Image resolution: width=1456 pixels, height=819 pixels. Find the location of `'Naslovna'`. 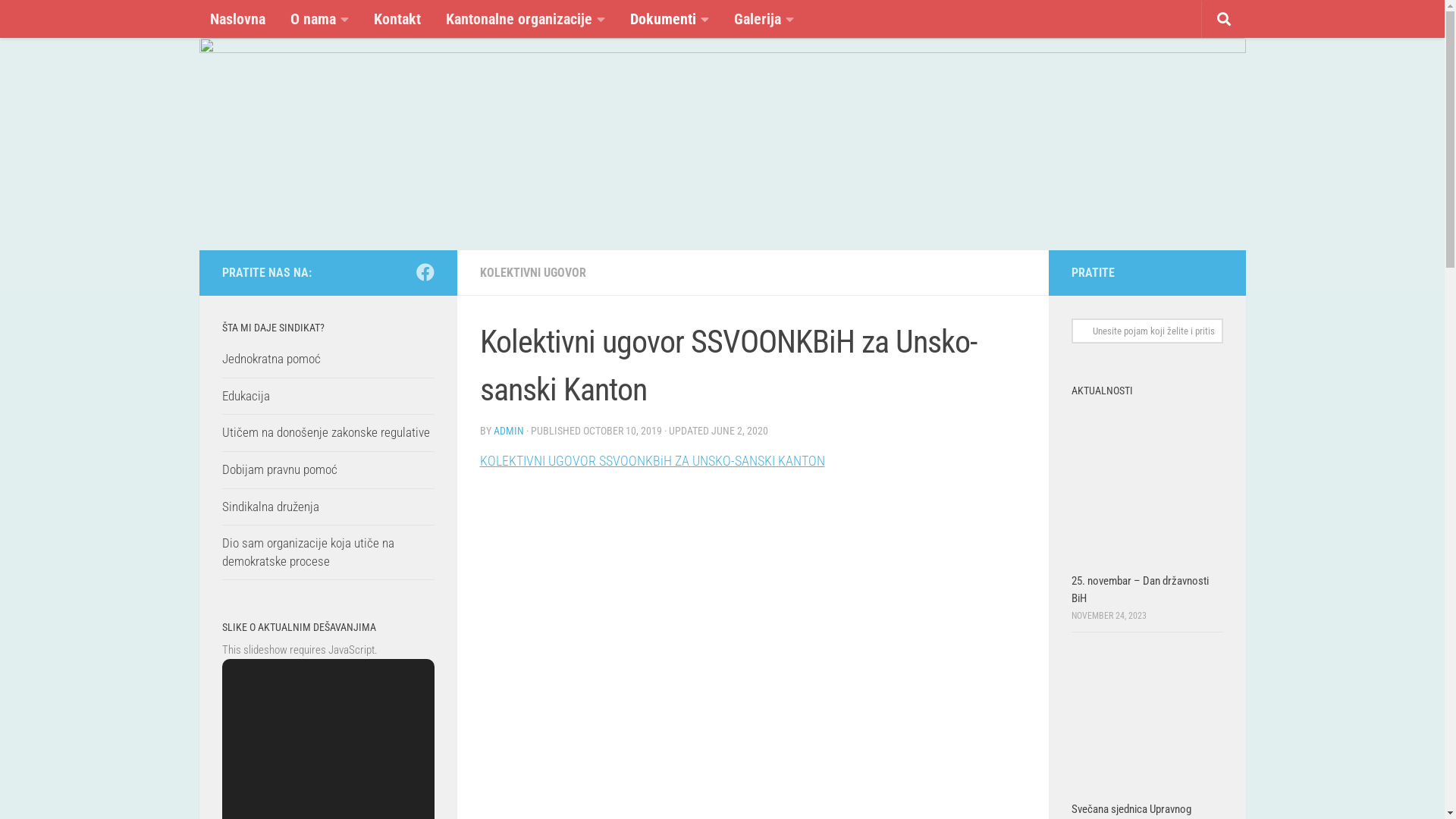

'Naslovna' is located at coordinates (236, 18).